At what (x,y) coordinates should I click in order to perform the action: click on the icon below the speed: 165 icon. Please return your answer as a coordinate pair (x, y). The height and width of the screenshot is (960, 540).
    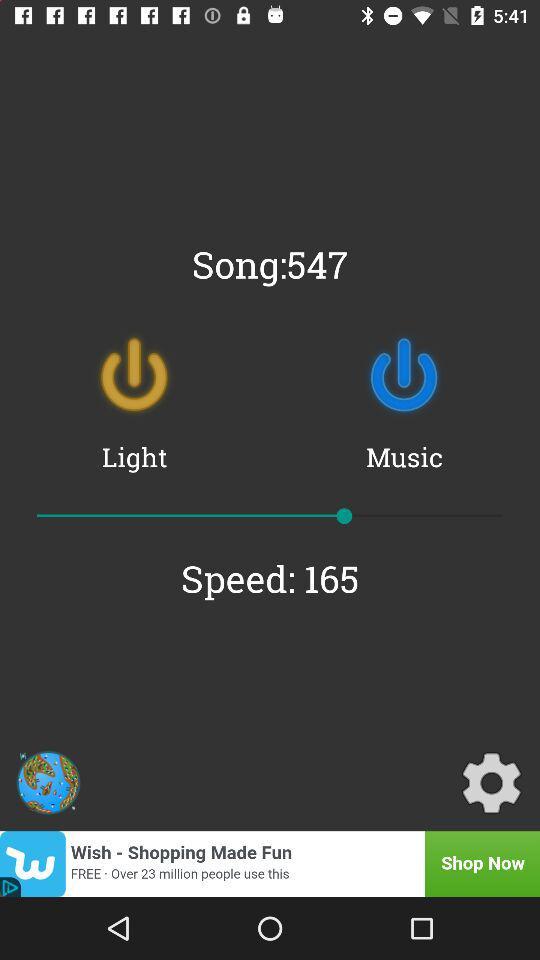
    Looking at the image, I should click on (490, 782).